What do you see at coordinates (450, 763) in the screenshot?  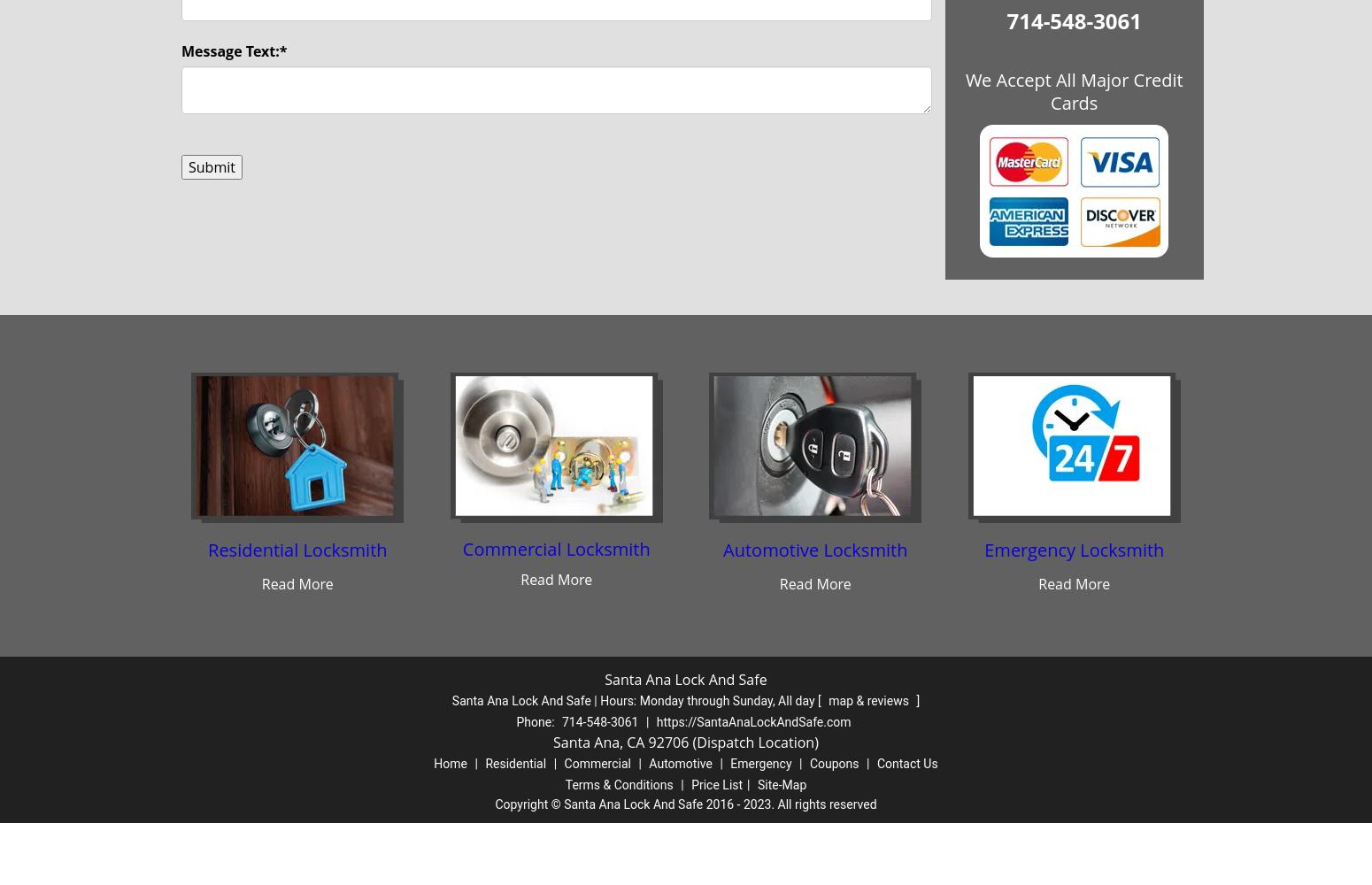 I see `'Home'` at bounding box center [450, 763].